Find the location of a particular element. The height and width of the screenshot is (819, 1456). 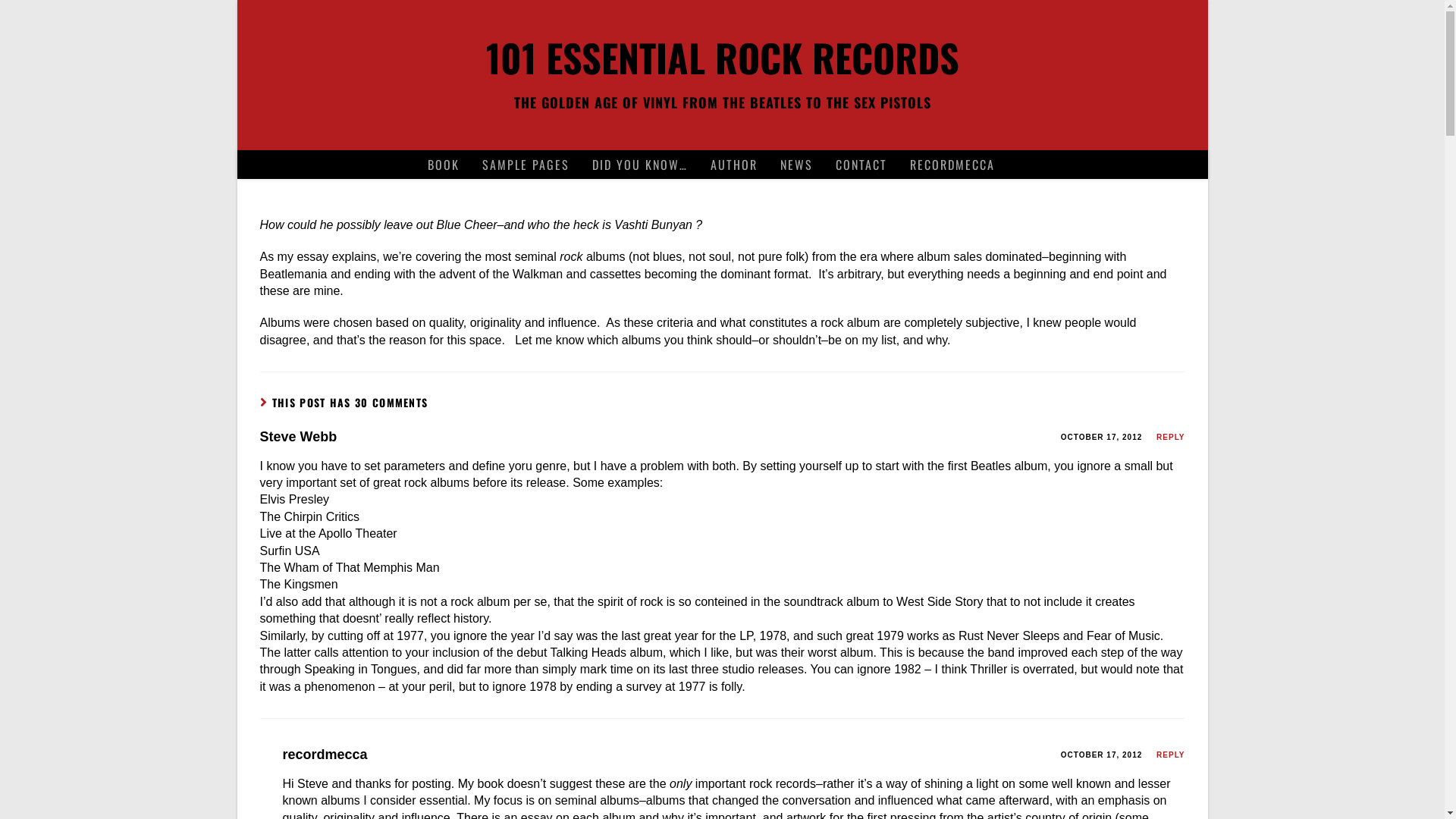

'AUTHOR' is located at coordinates (734, 164).